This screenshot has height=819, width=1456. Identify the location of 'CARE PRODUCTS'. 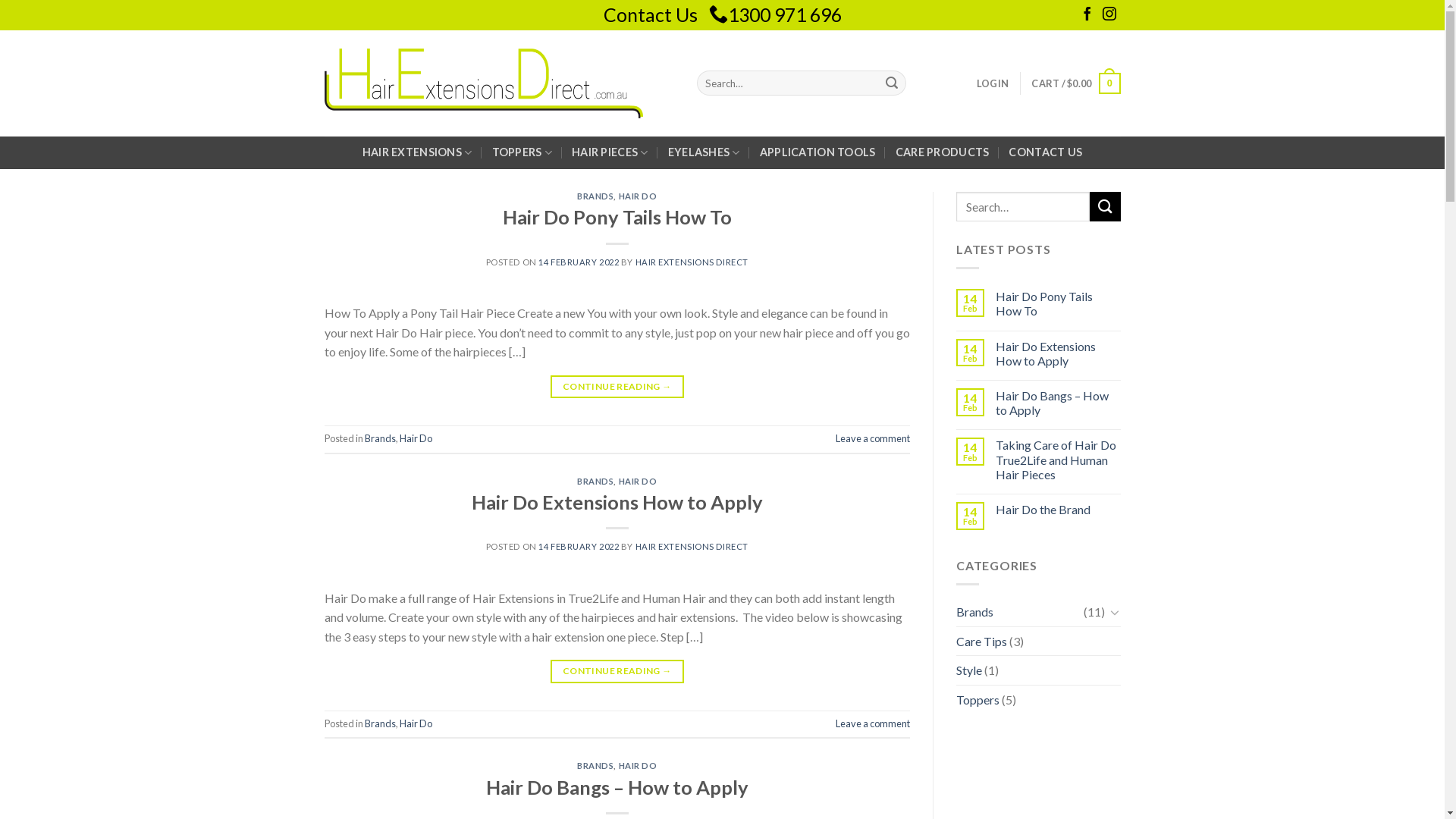
(942, 152).